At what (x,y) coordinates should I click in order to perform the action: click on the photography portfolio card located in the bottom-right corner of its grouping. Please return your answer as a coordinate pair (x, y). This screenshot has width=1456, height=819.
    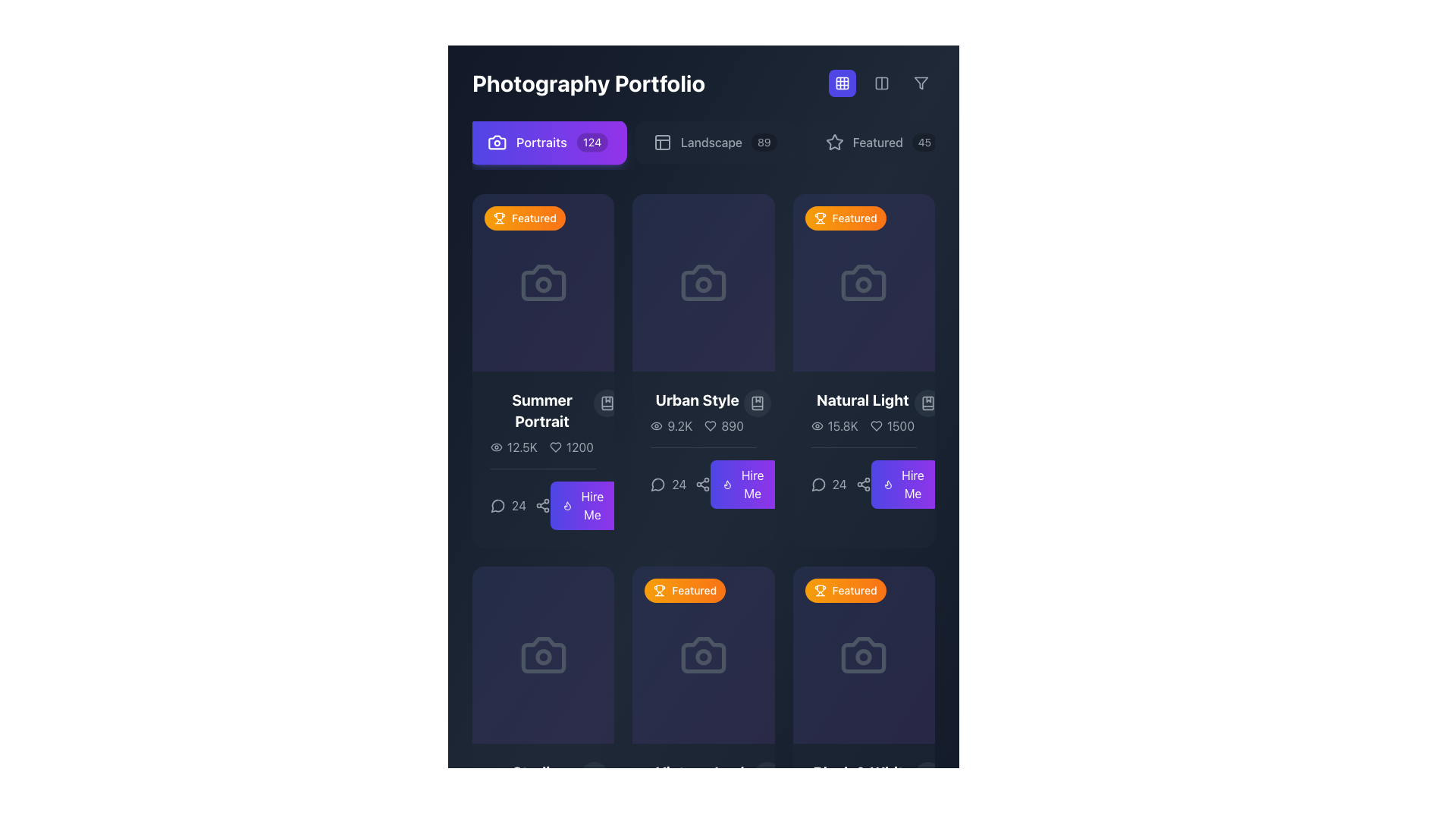
    Looking at the image, I should click on (864, 654).